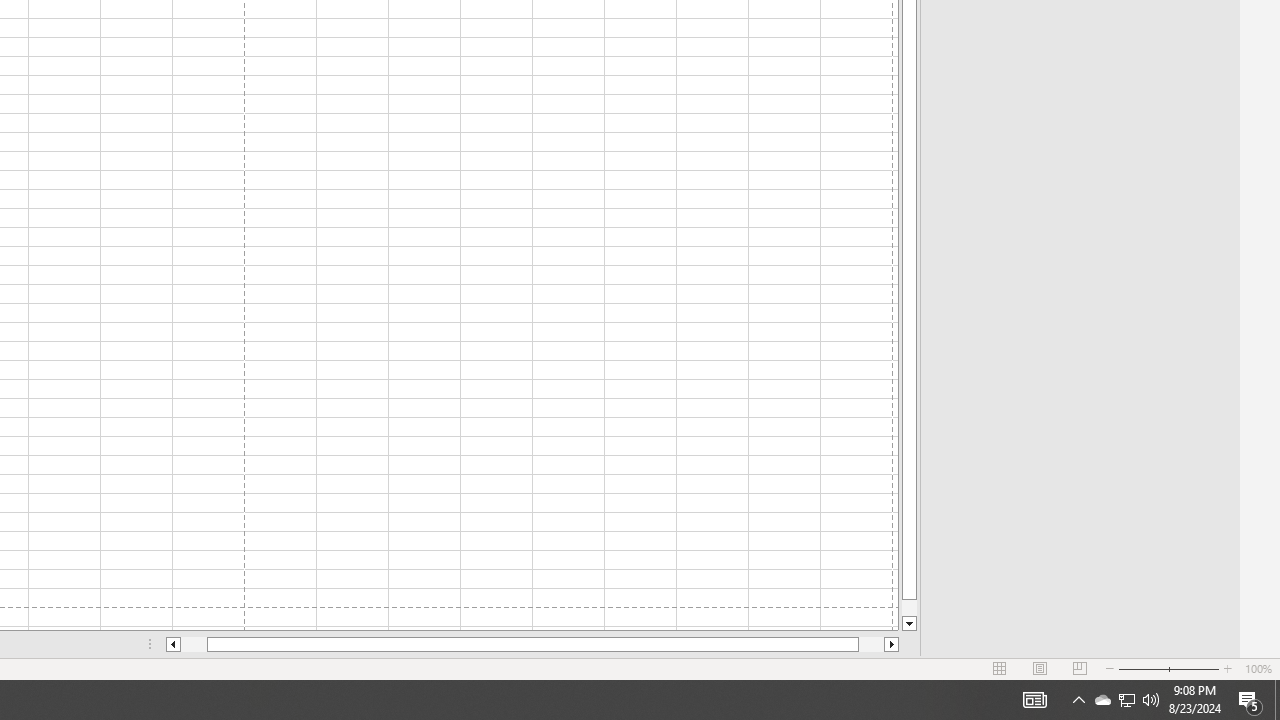 Image resolution: width=1280 pixels, height=720 pixels. I want to click on 'Page Break Preview', so click(1078, 669).